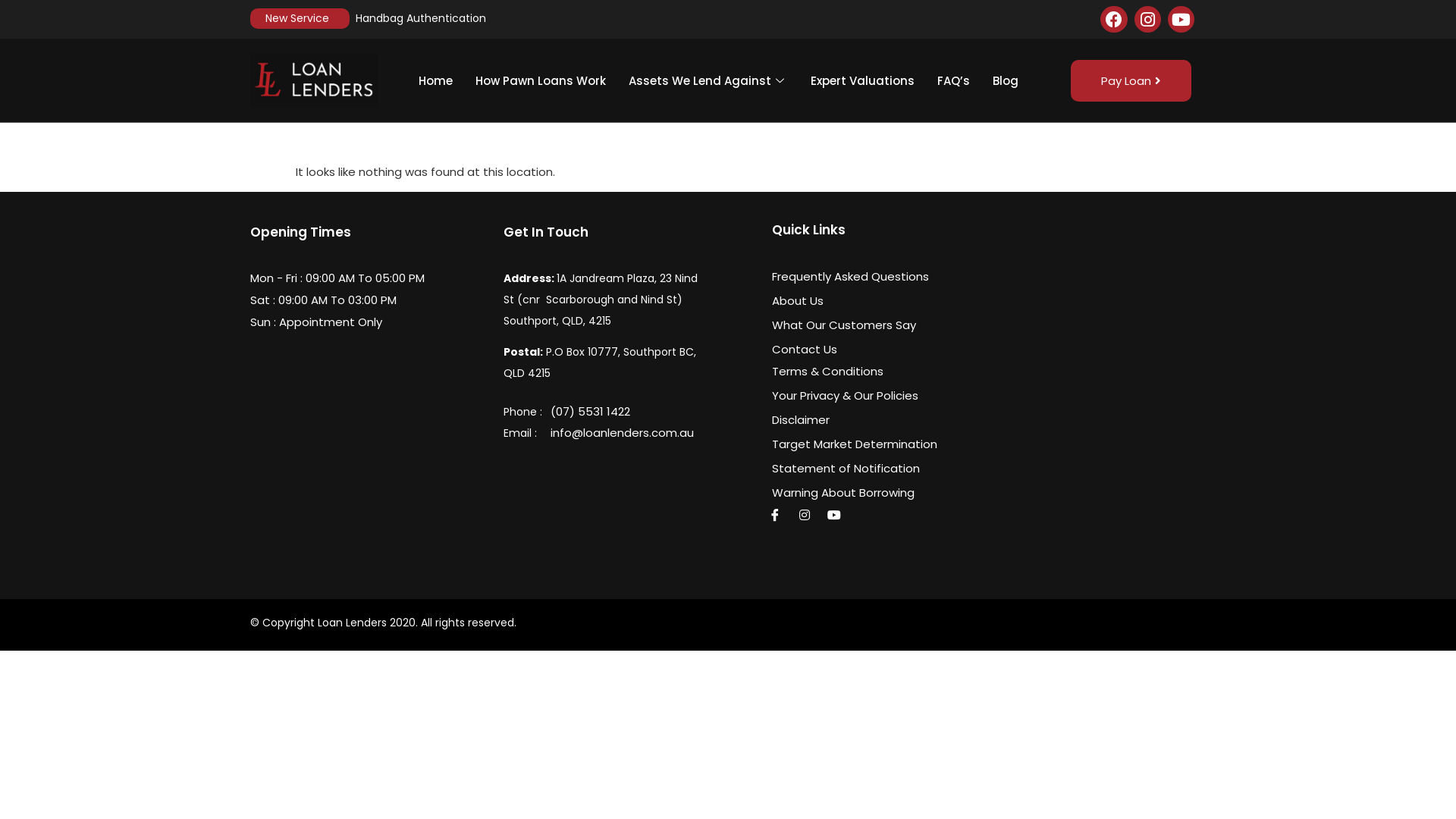 The width and height of the screenshot is (1456, 819). Describe the element at coordinates (865, 276) in the screenshot. I see `'Frequently Asked Questions'` at that location.